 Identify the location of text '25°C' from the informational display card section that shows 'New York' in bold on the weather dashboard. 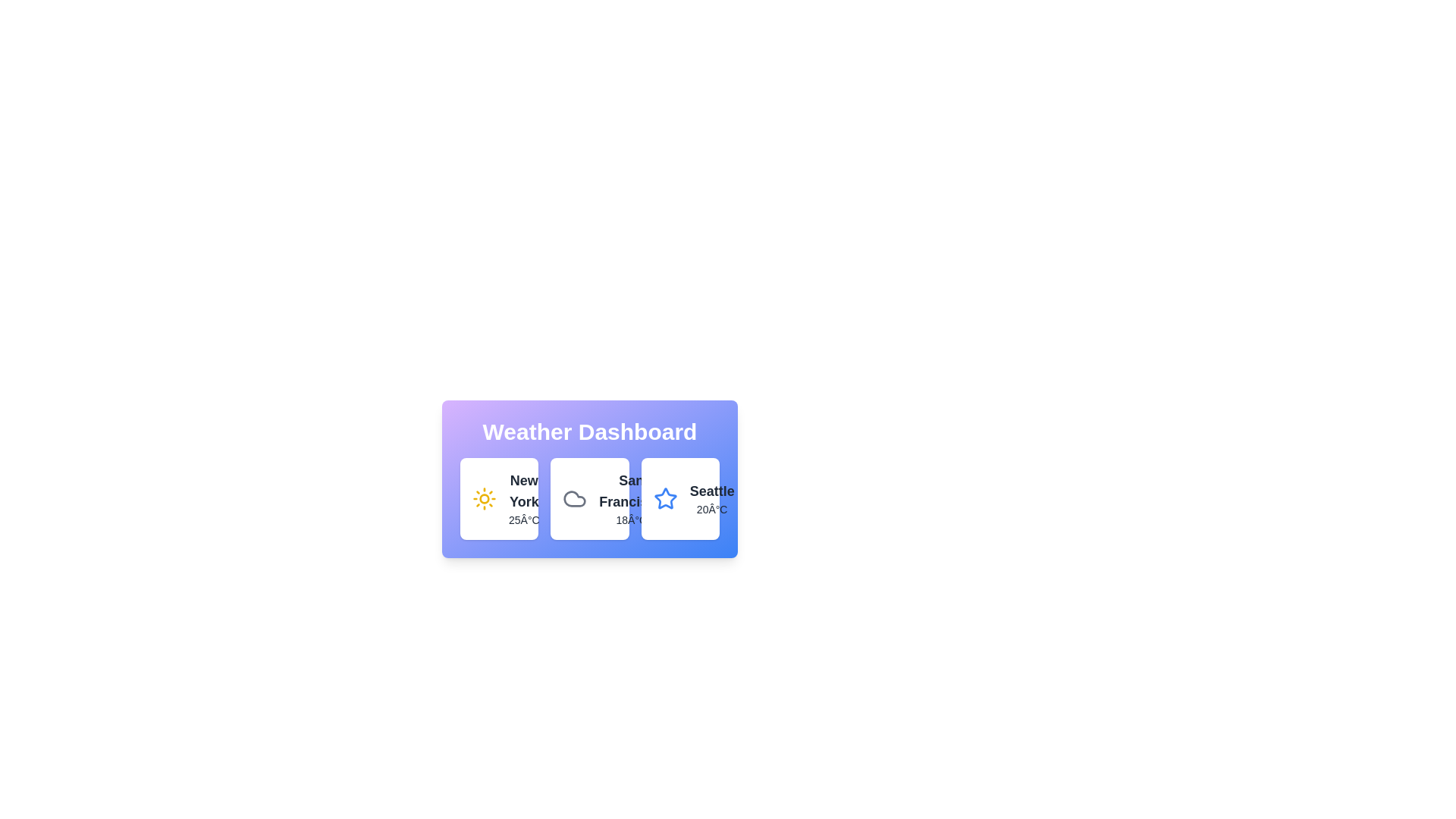
(524, 499).